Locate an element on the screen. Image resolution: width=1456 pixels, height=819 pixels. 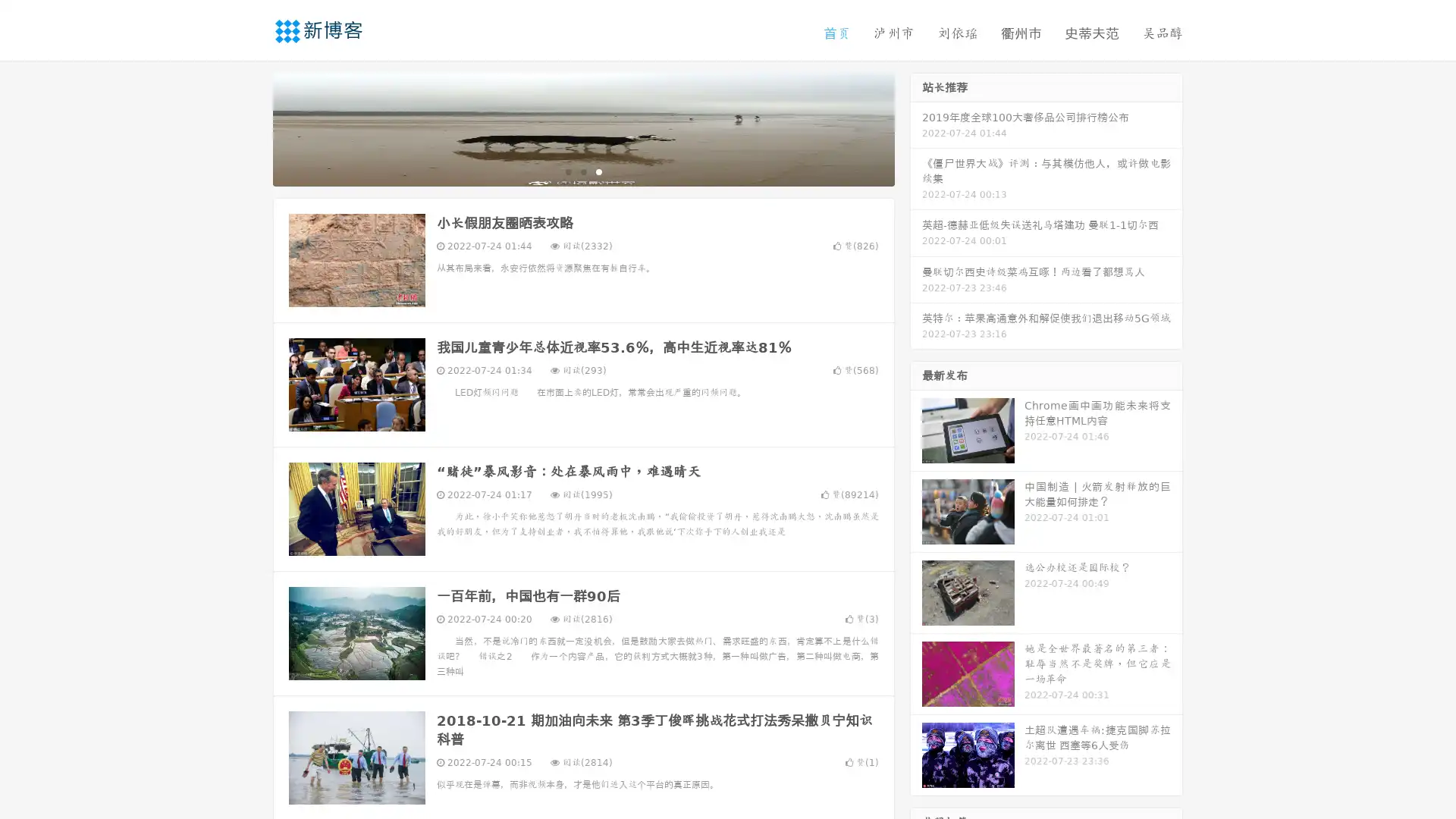
Go to slide 1 is located at coordinates (567, 171).